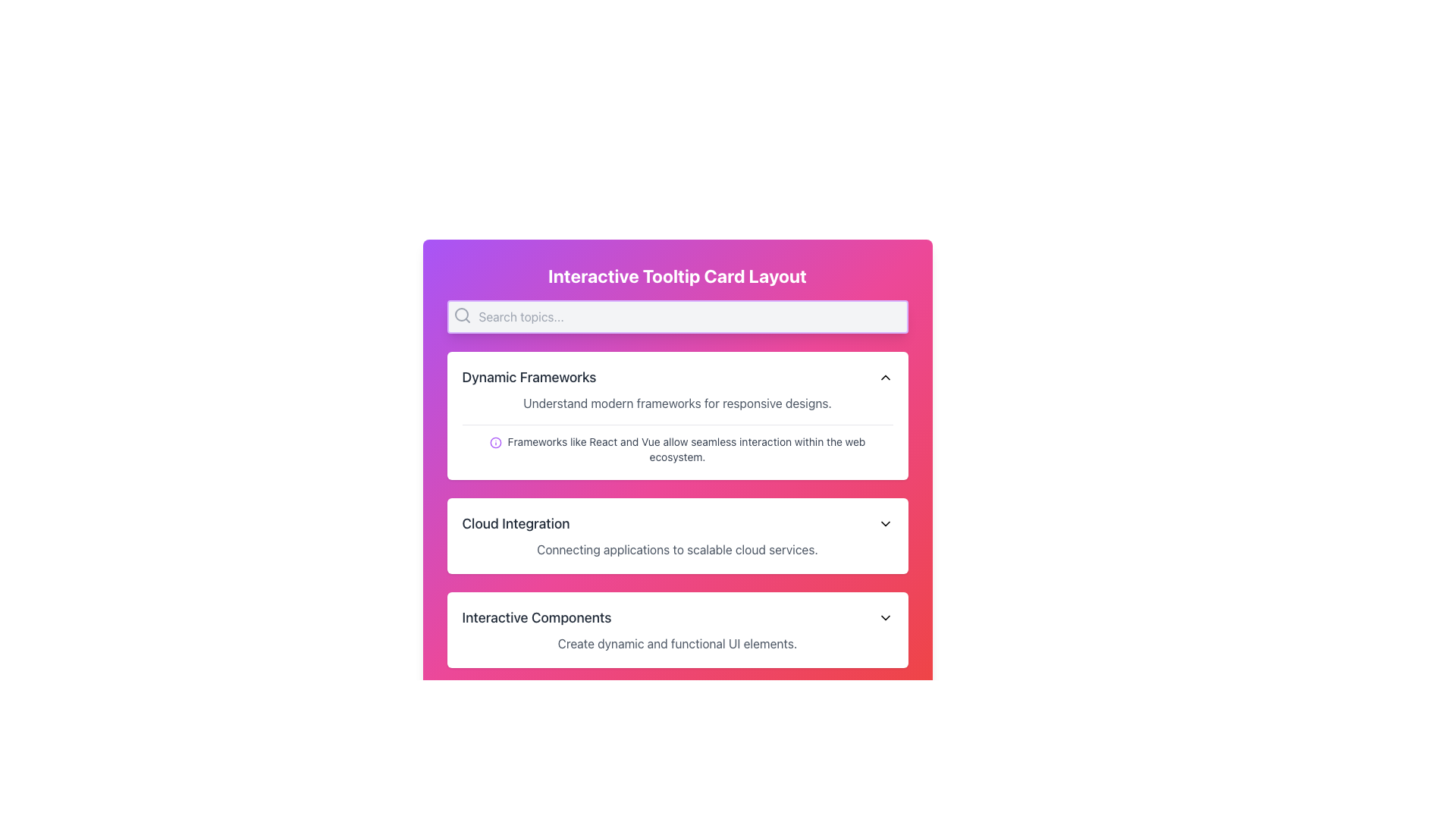 Image resolution: width=1456 pixels, height=819 pixels. Describe the element at coordinates (676, 550) in the screenshot. I see `the text description that reads 'Connecting applications to scalable cloud services.' located below the title 'Cloud Integration.'` at that location.